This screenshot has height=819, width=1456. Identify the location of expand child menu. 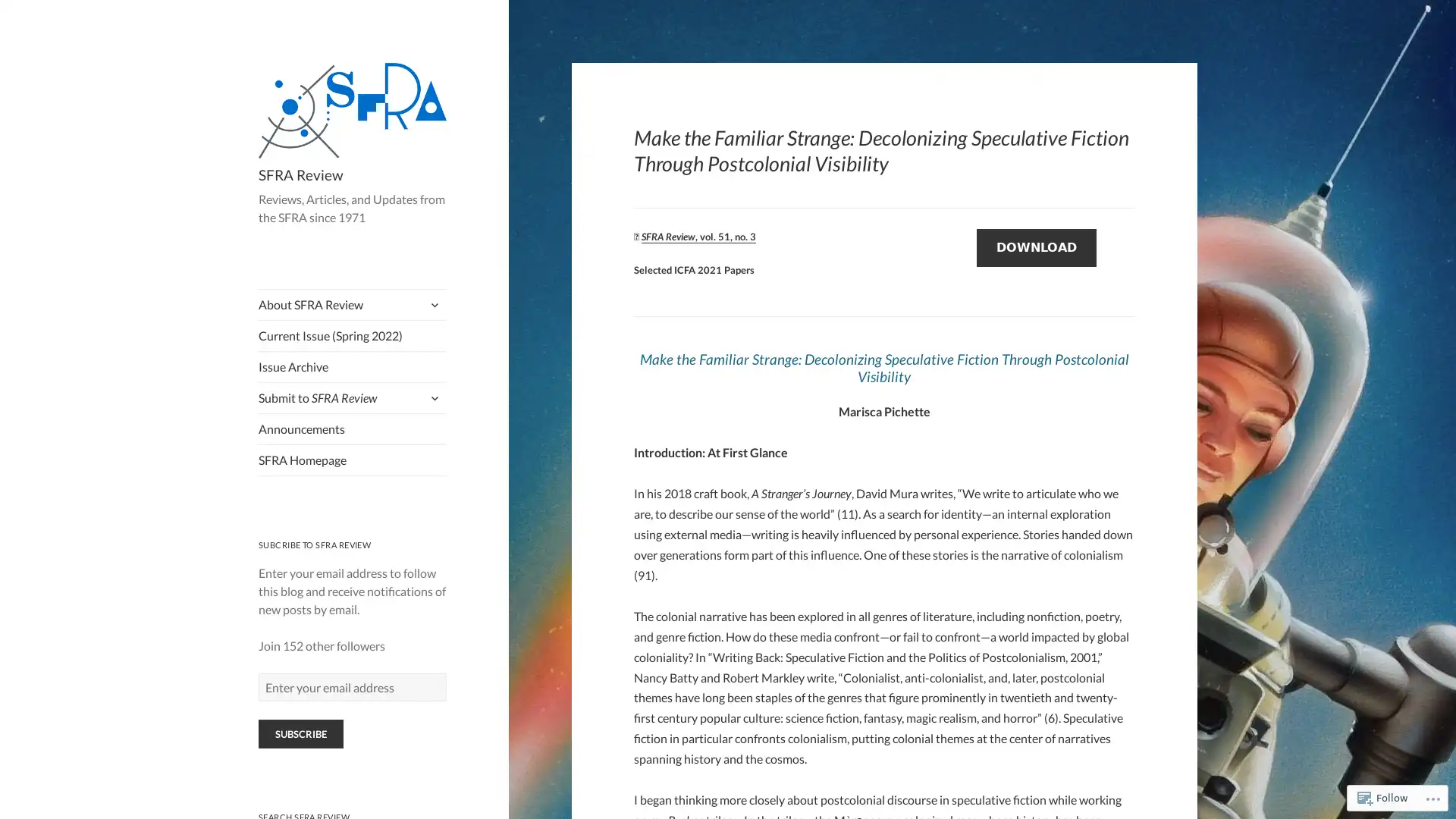
(432, 304).